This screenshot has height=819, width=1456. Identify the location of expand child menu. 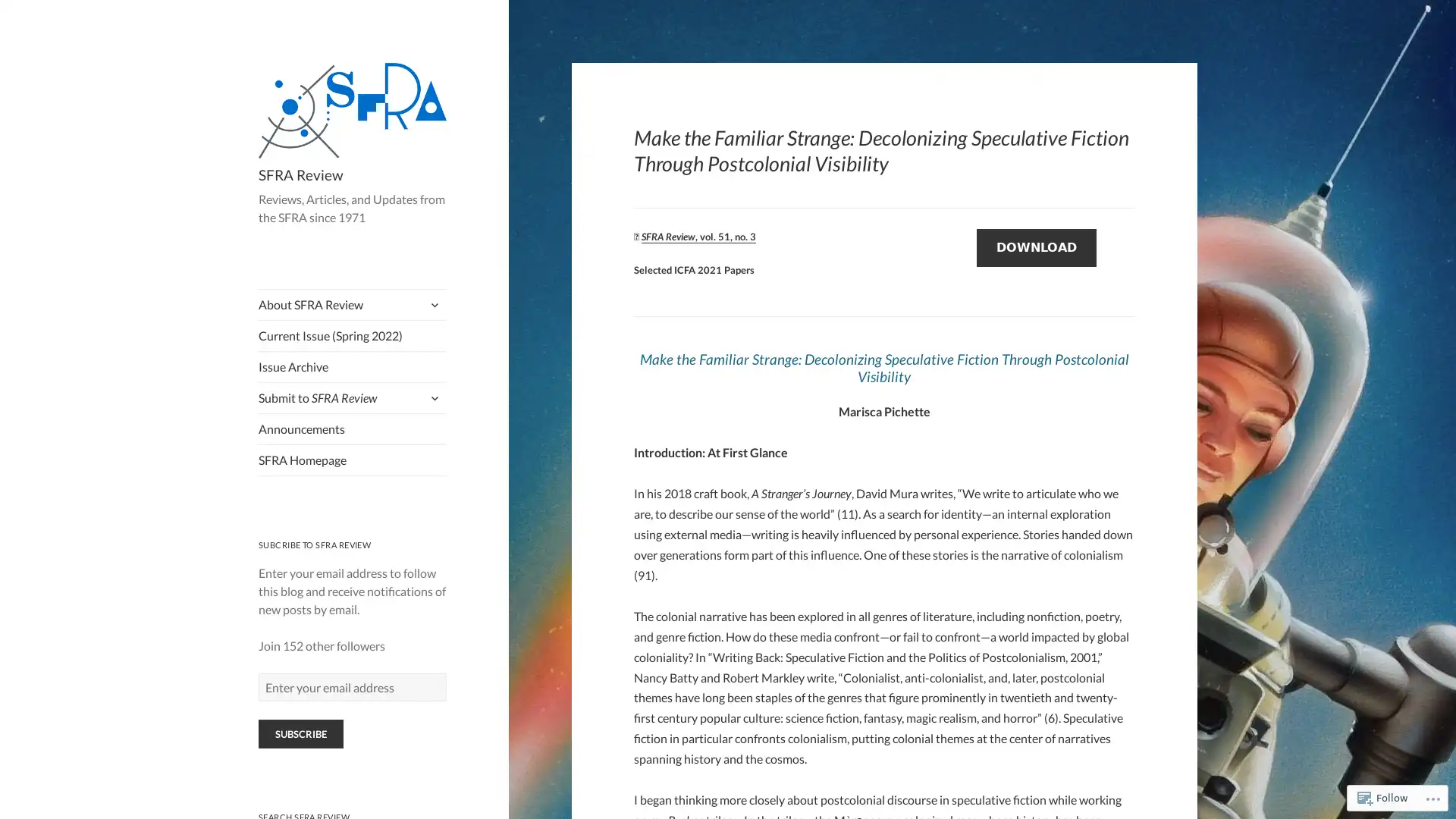
(432, 304).